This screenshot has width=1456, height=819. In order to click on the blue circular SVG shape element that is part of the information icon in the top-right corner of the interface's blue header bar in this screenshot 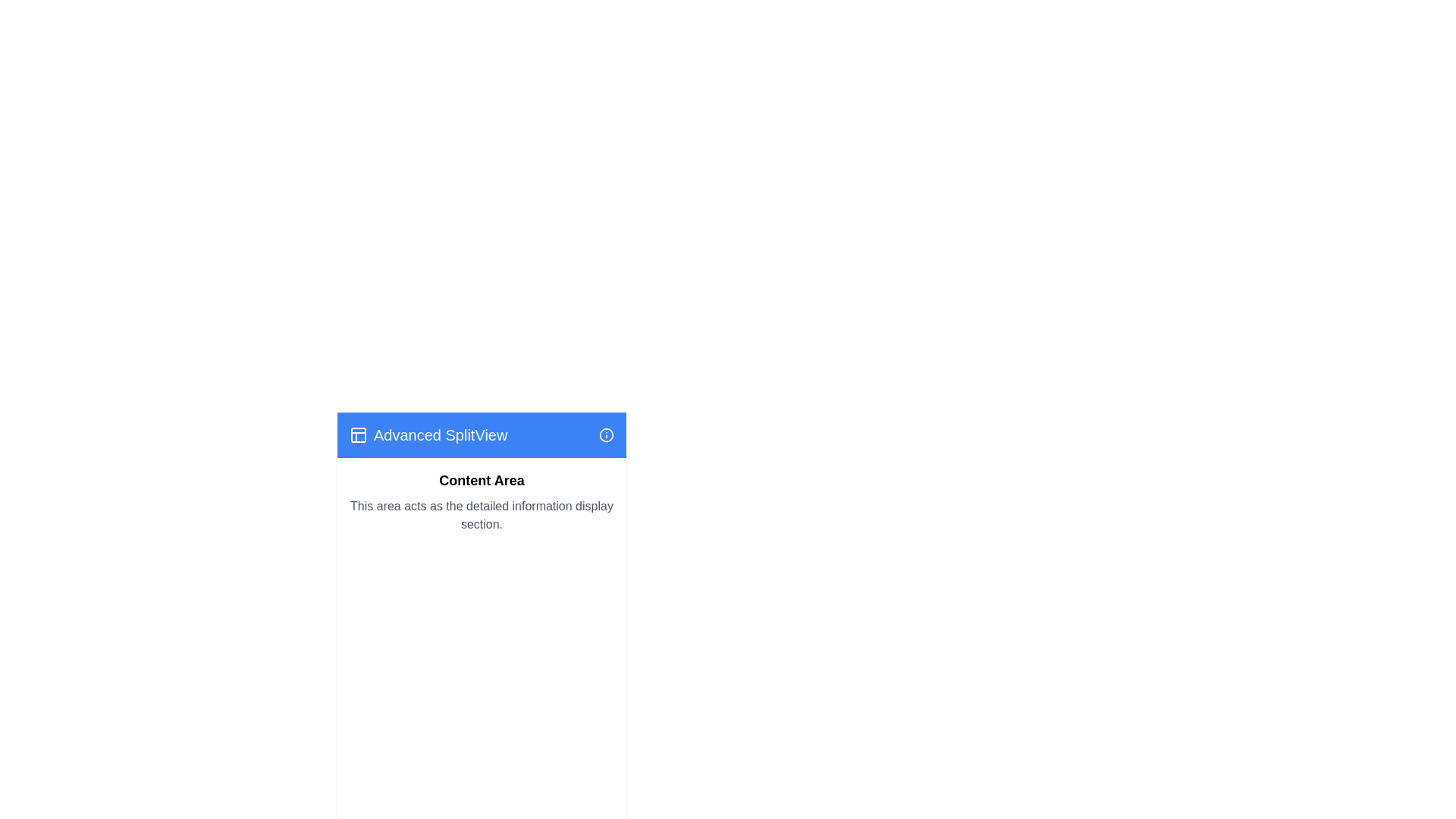, I will do `click(607, 435)`.